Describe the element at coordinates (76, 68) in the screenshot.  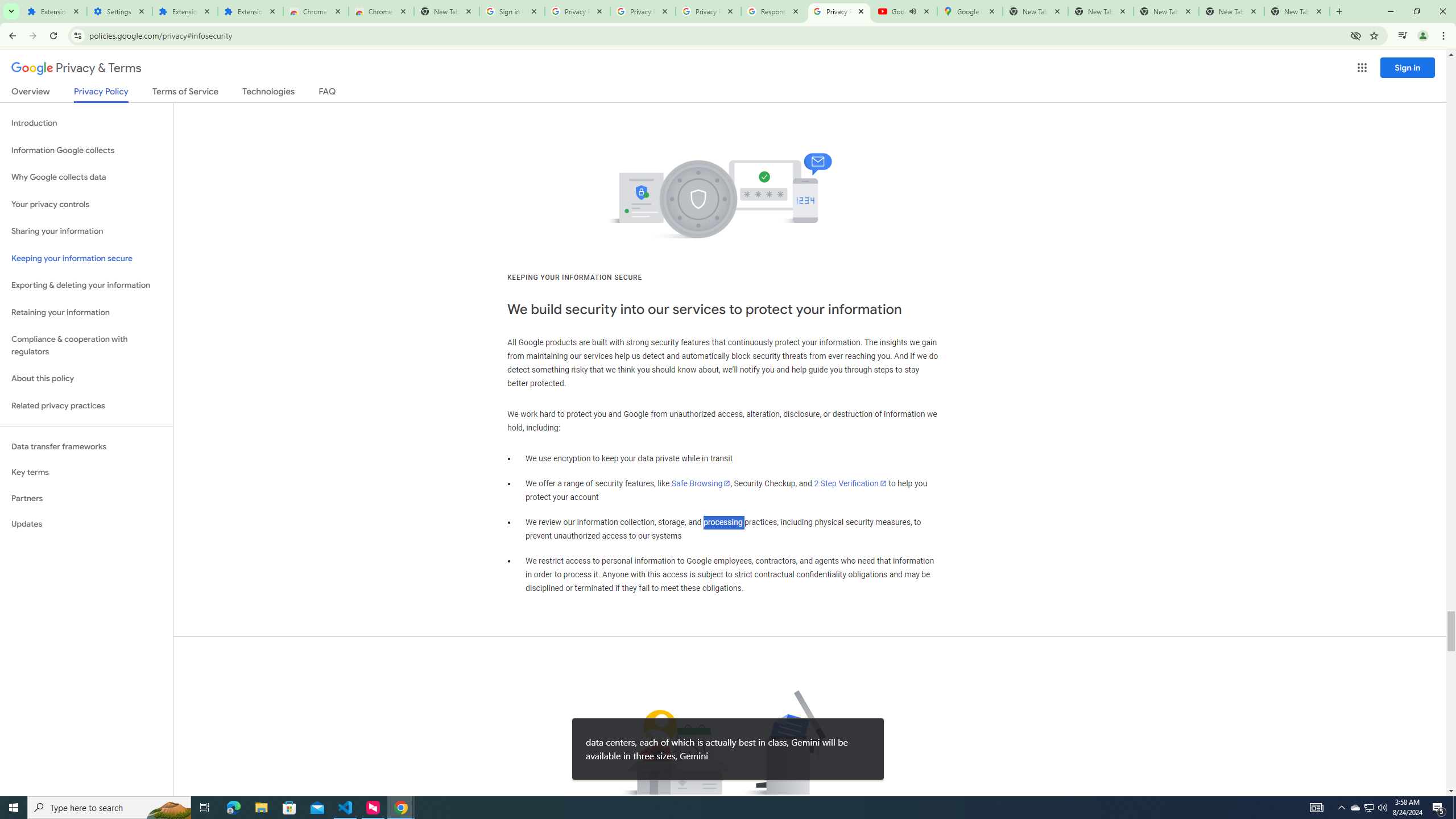
I see `'Privacy & Terms'` at that location.